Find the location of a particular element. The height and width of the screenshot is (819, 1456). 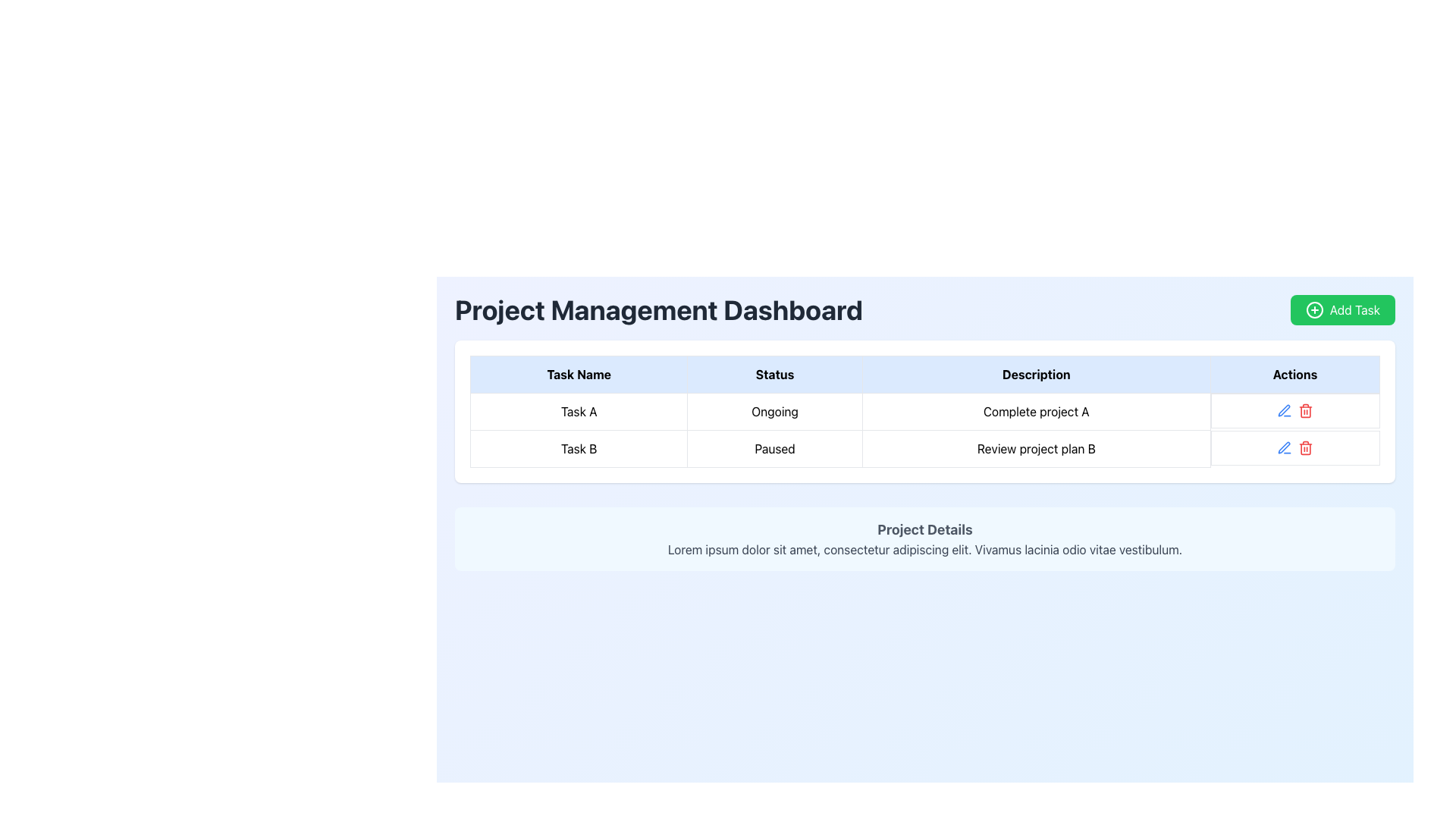

the edit icon located in the 'Actions' column of the second row in the table, which allows users to modify details related to the respective row is located at coordinates (1283, 410).